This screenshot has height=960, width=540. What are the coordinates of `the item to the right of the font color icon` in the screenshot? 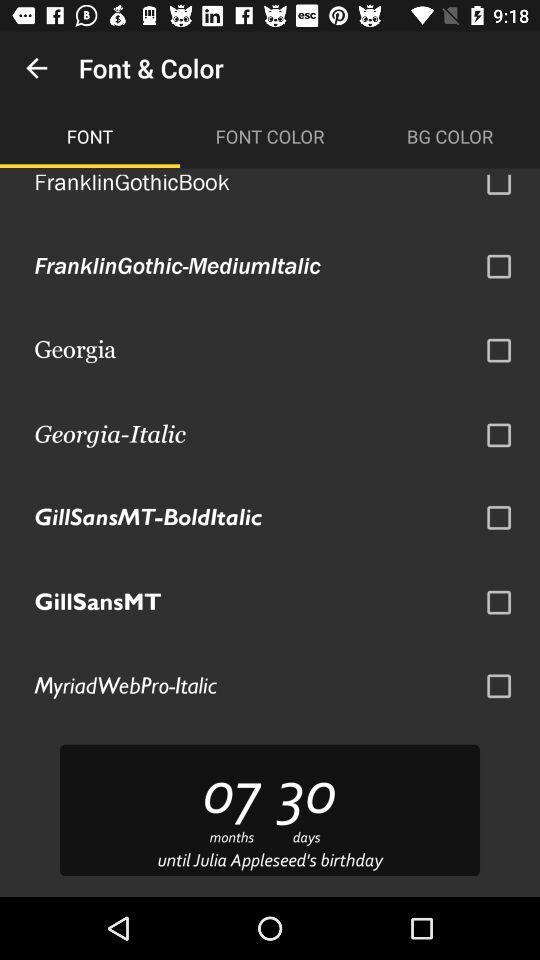 It's located at (449, 135).